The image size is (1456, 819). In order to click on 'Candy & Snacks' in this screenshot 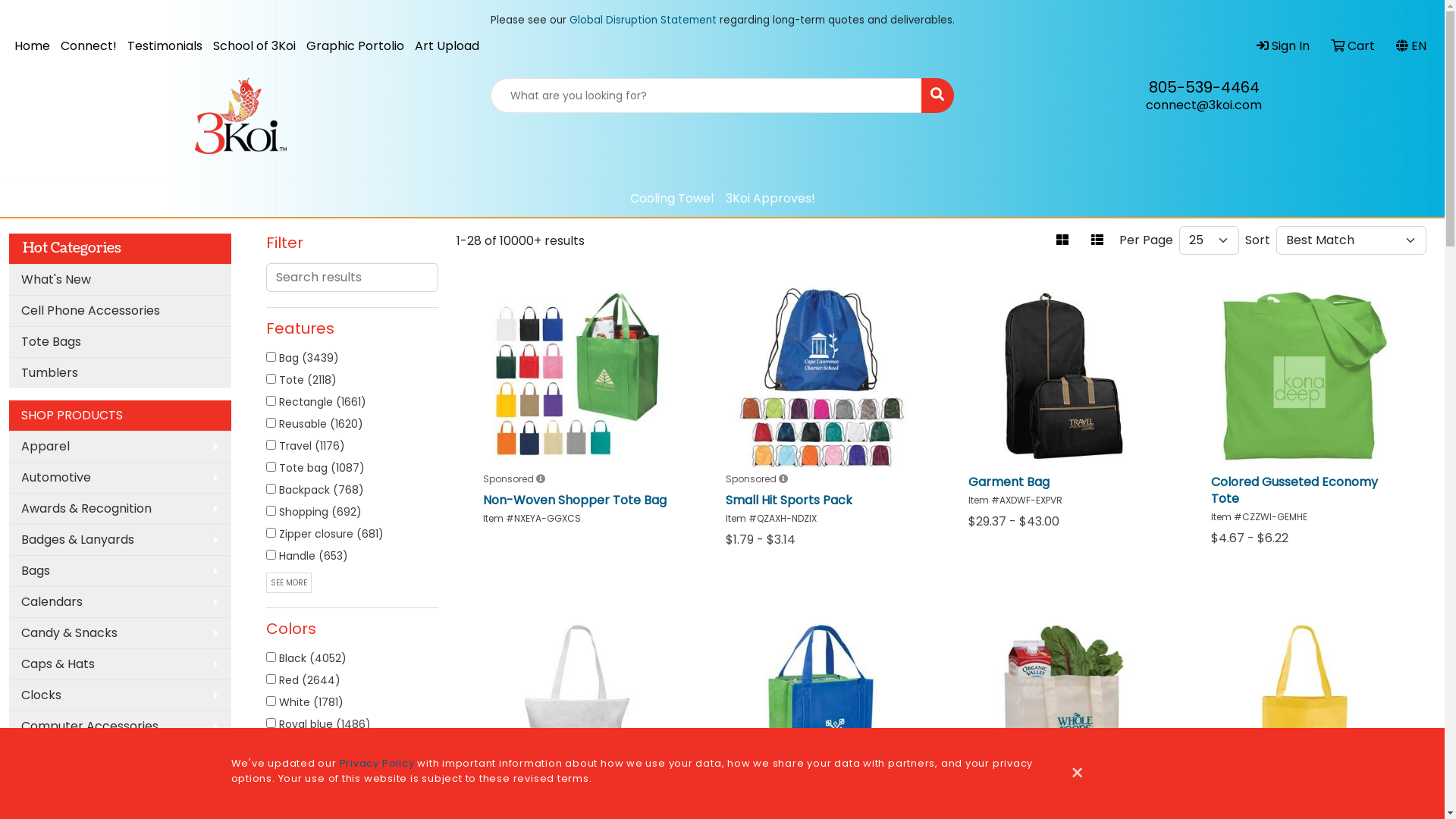, I will do `click(119, 632)`.